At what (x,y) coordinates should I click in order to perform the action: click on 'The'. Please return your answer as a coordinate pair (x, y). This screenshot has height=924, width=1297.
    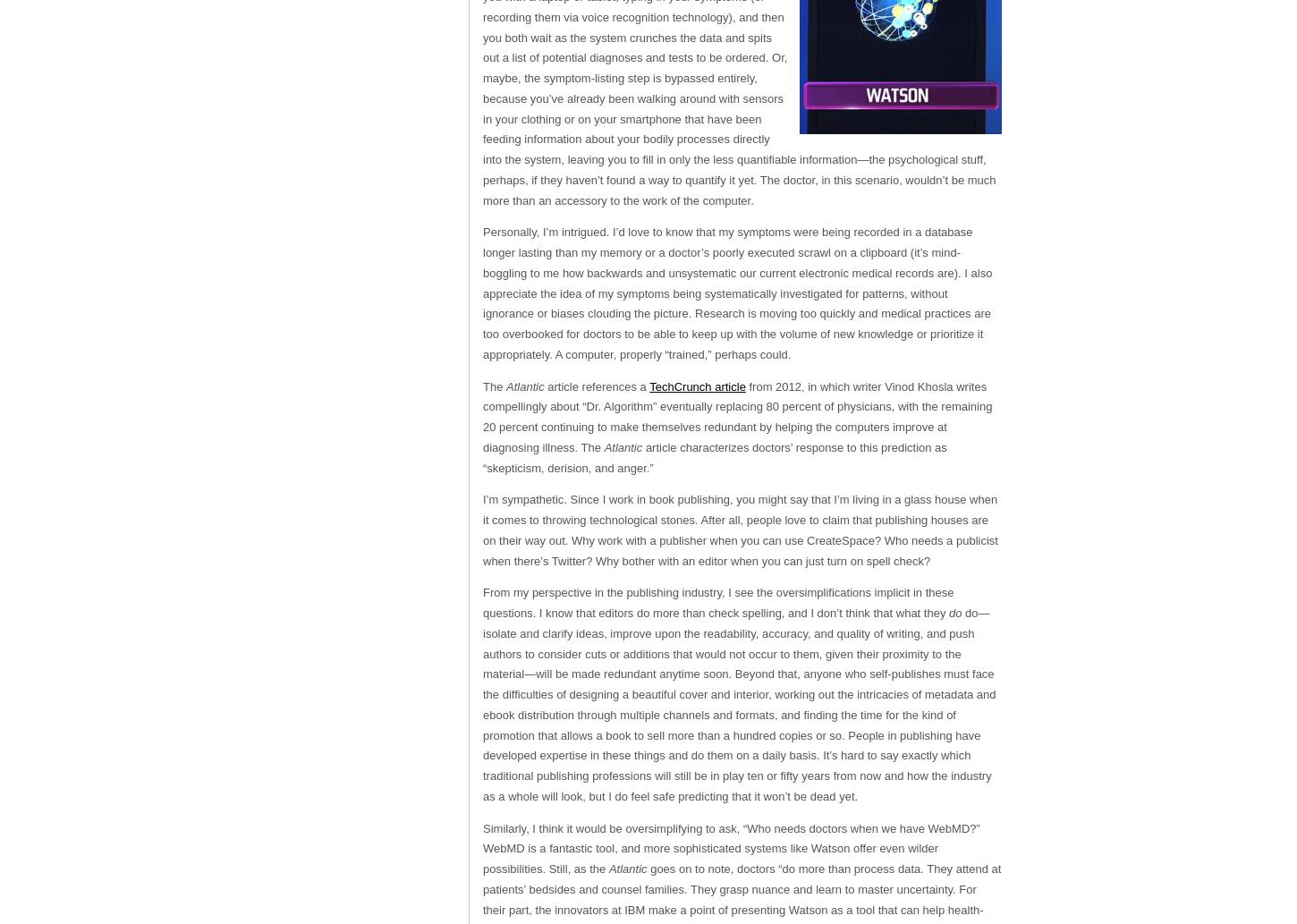
    Looking at the image, I should click on (495, 386).